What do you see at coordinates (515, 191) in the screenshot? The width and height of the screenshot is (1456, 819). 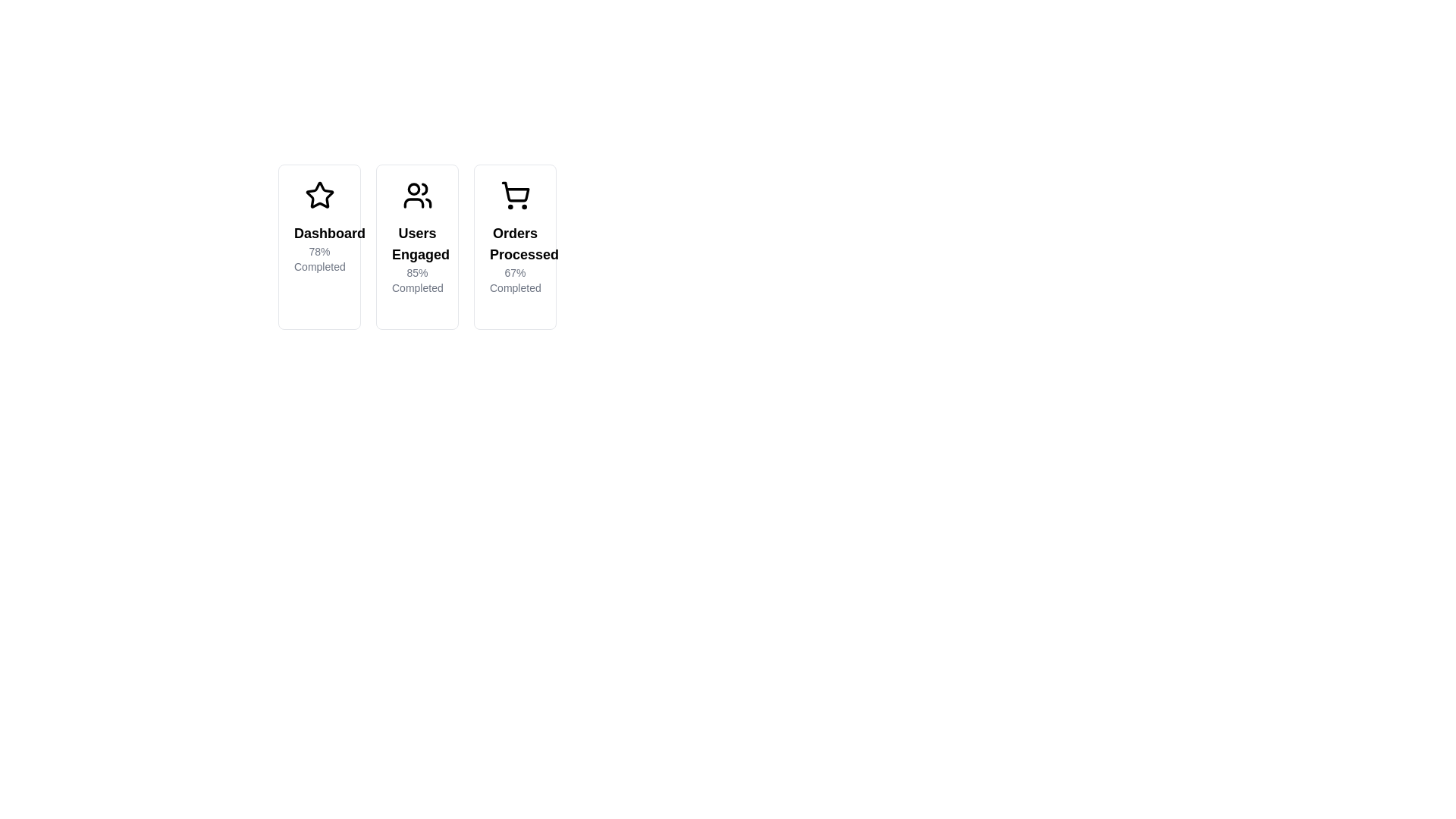 I see `the shopping cart basket portion of the SVG graphic element that visually represents the shopping cart icon, located in the third card from the left` at bounding box center [515, 191].